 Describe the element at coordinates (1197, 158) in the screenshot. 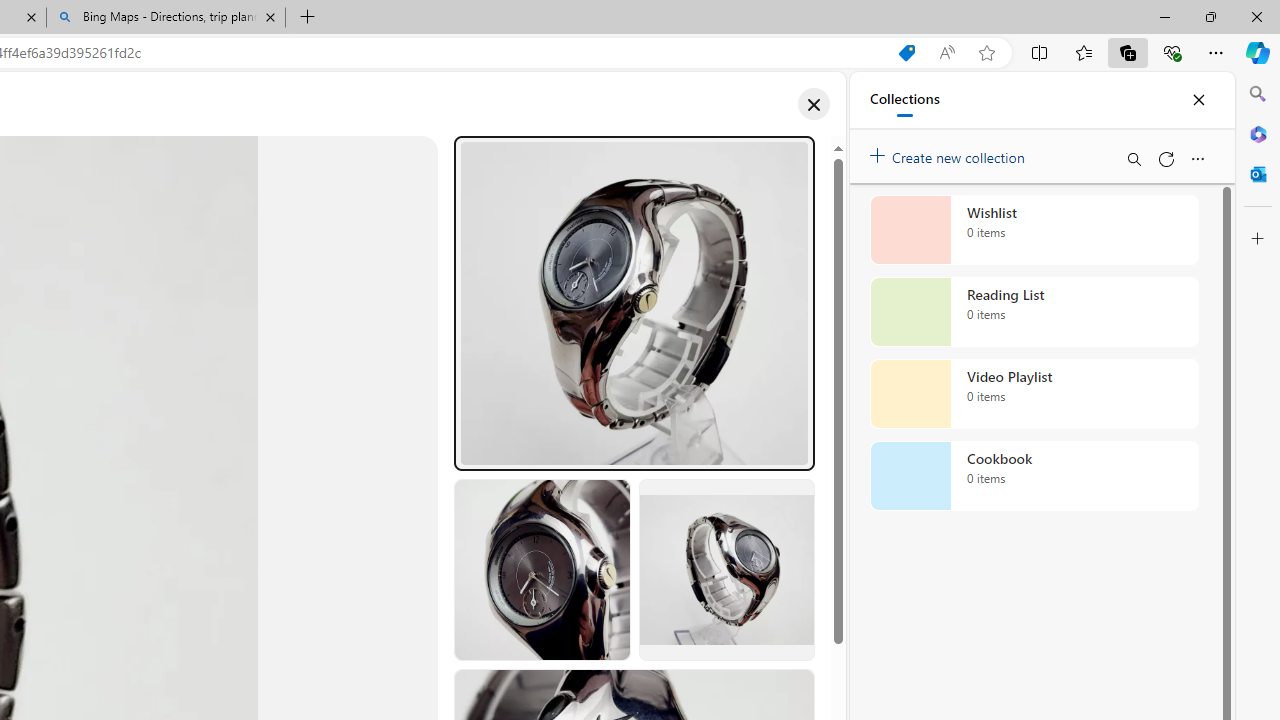

I see `'More options menu'` at that location.